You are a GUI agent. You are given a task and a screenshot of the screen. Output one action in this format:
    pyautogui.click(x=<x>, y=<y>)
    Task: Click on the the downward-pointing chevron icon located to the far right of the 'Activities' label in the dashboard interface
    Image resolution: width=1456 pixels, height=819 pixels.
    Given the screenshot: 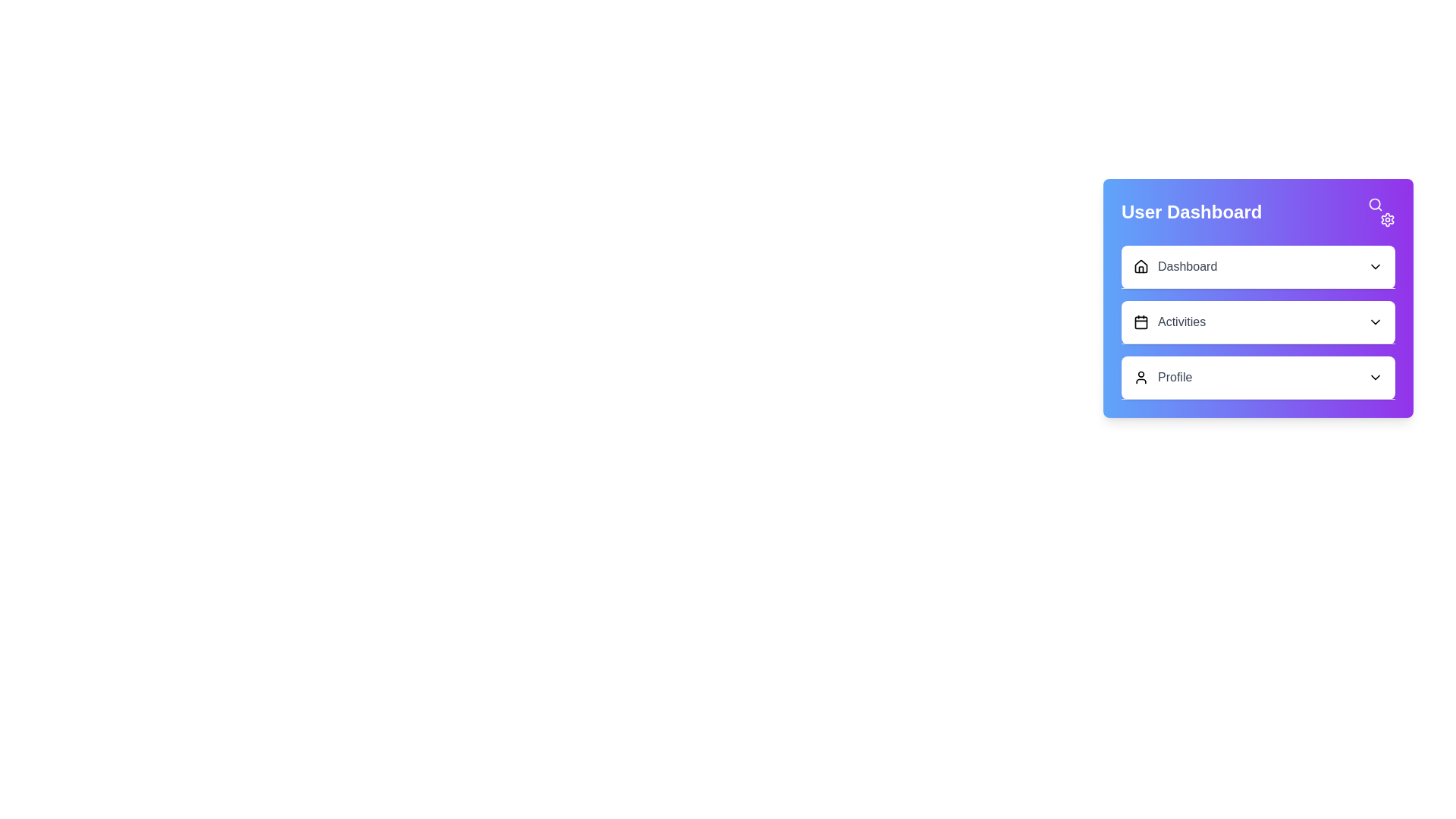 What is the action you would take?
    pyautogui.click(x=1376, y=321)
    